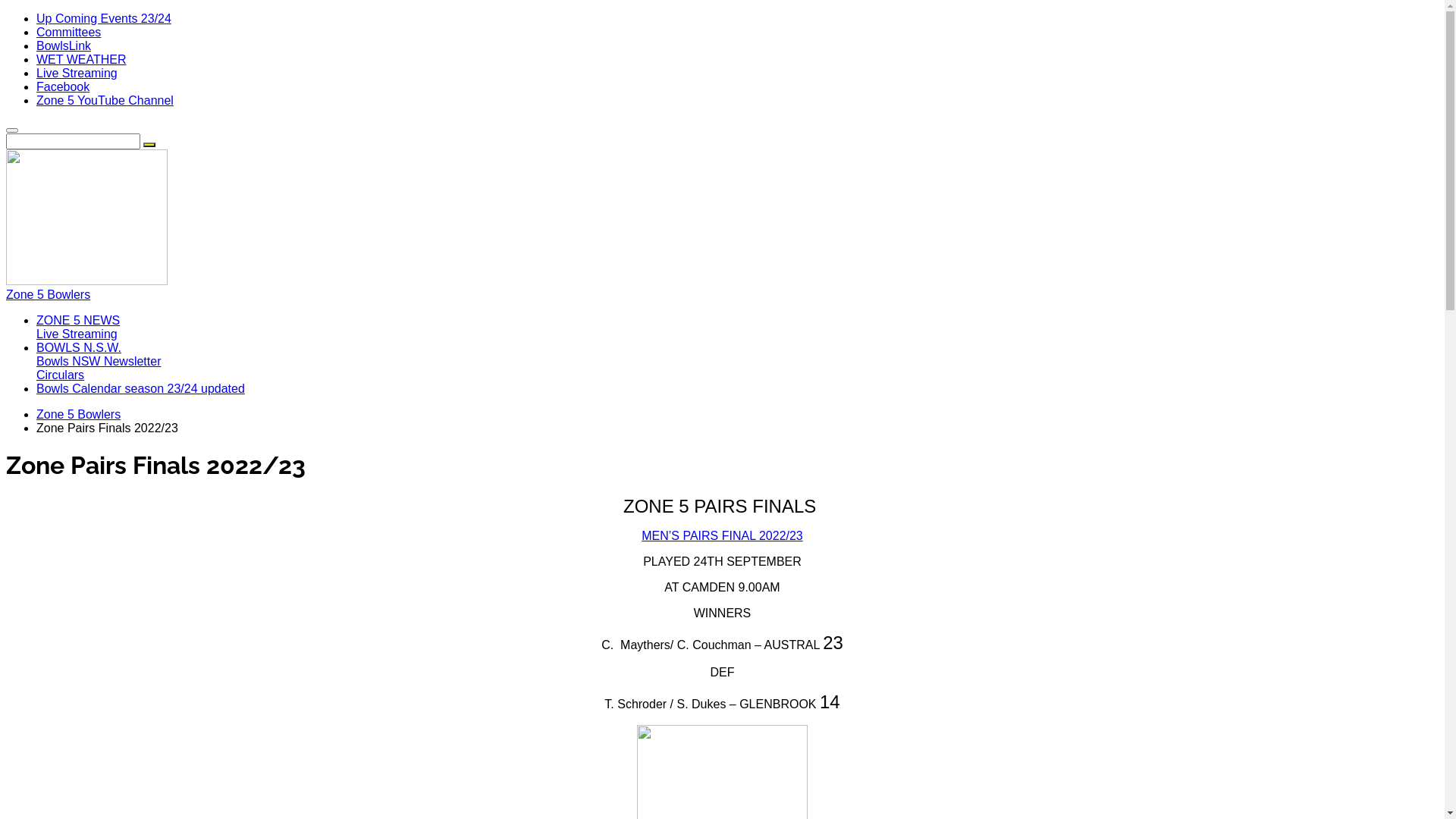 The height and width of the screenshot is (819, 1456). Describe the element at coordinates (721, 225) in the screenshot. I see `'Zone 5 Bowlers'` at that location.